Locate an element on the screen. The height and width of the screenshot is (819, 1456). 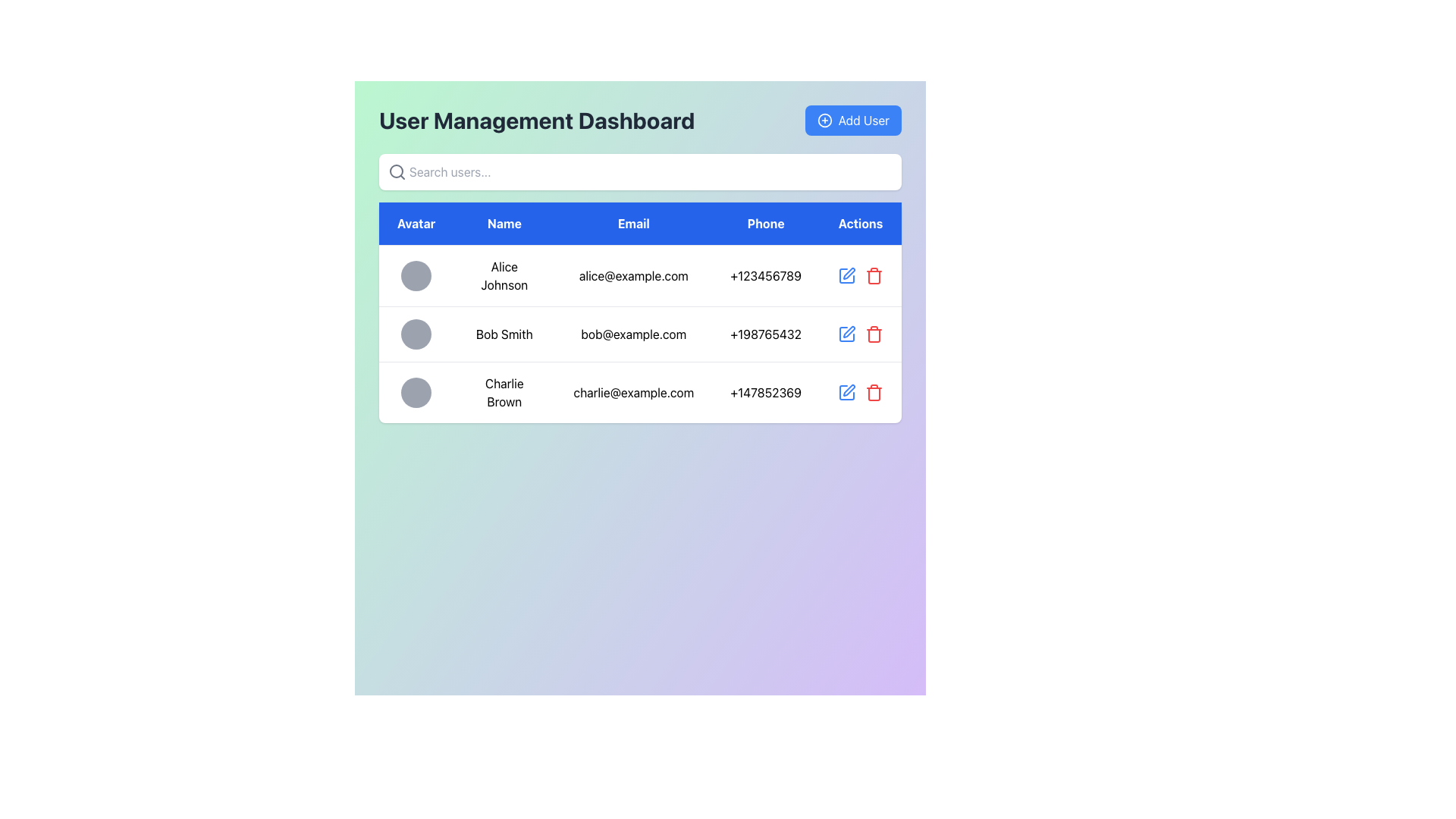
the SVG circle element that is centered within the '+' icon representing the 'Add User' button, located at the top-right corner of the interface is located at coordinates (824, 119).